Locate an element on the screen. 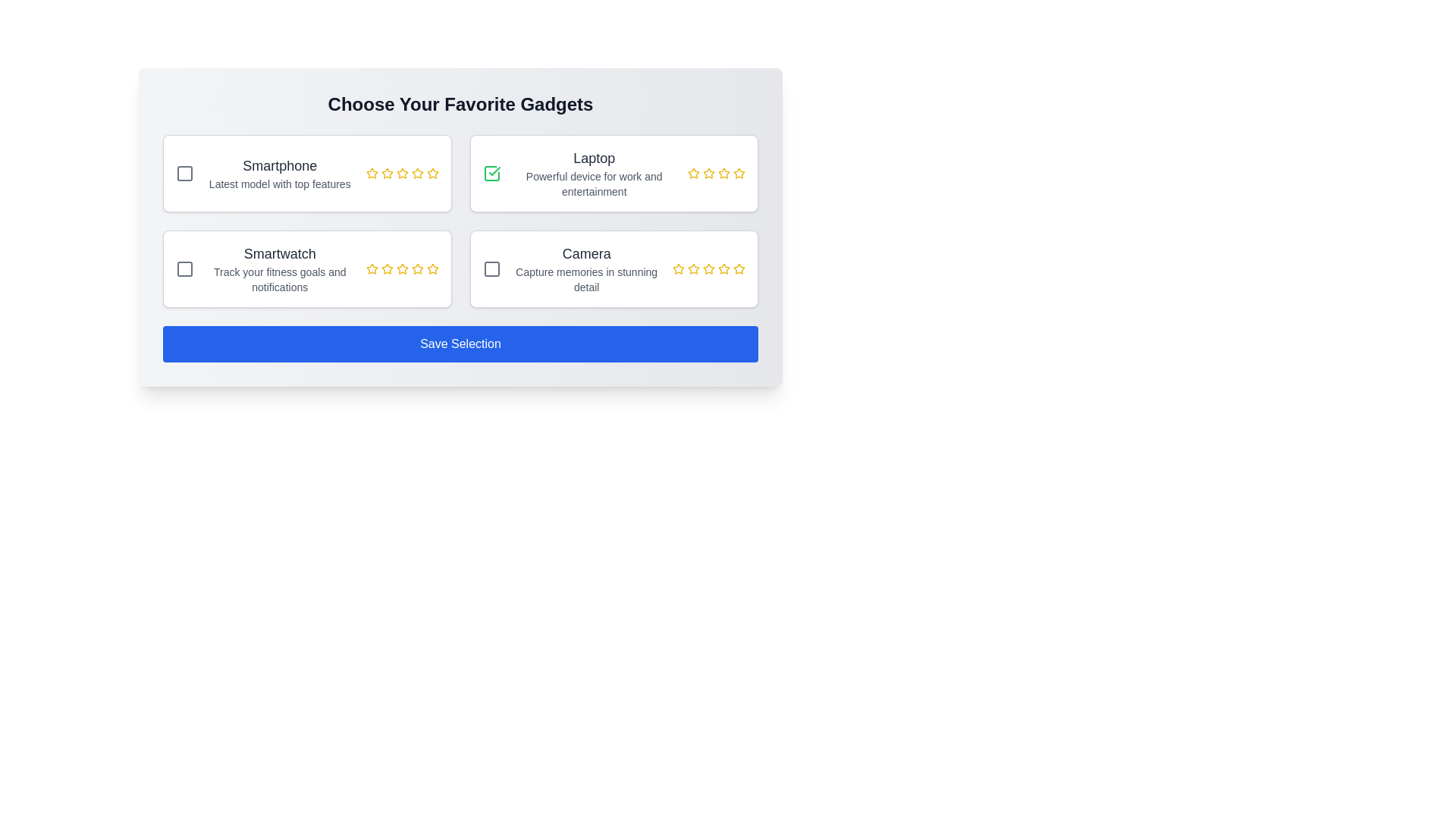 The width and height of the screenshot is (1456, 819). the fourth star from the left in the horizontal sequence of five stars in the Camera rating system is located at coordinates (723, 268).